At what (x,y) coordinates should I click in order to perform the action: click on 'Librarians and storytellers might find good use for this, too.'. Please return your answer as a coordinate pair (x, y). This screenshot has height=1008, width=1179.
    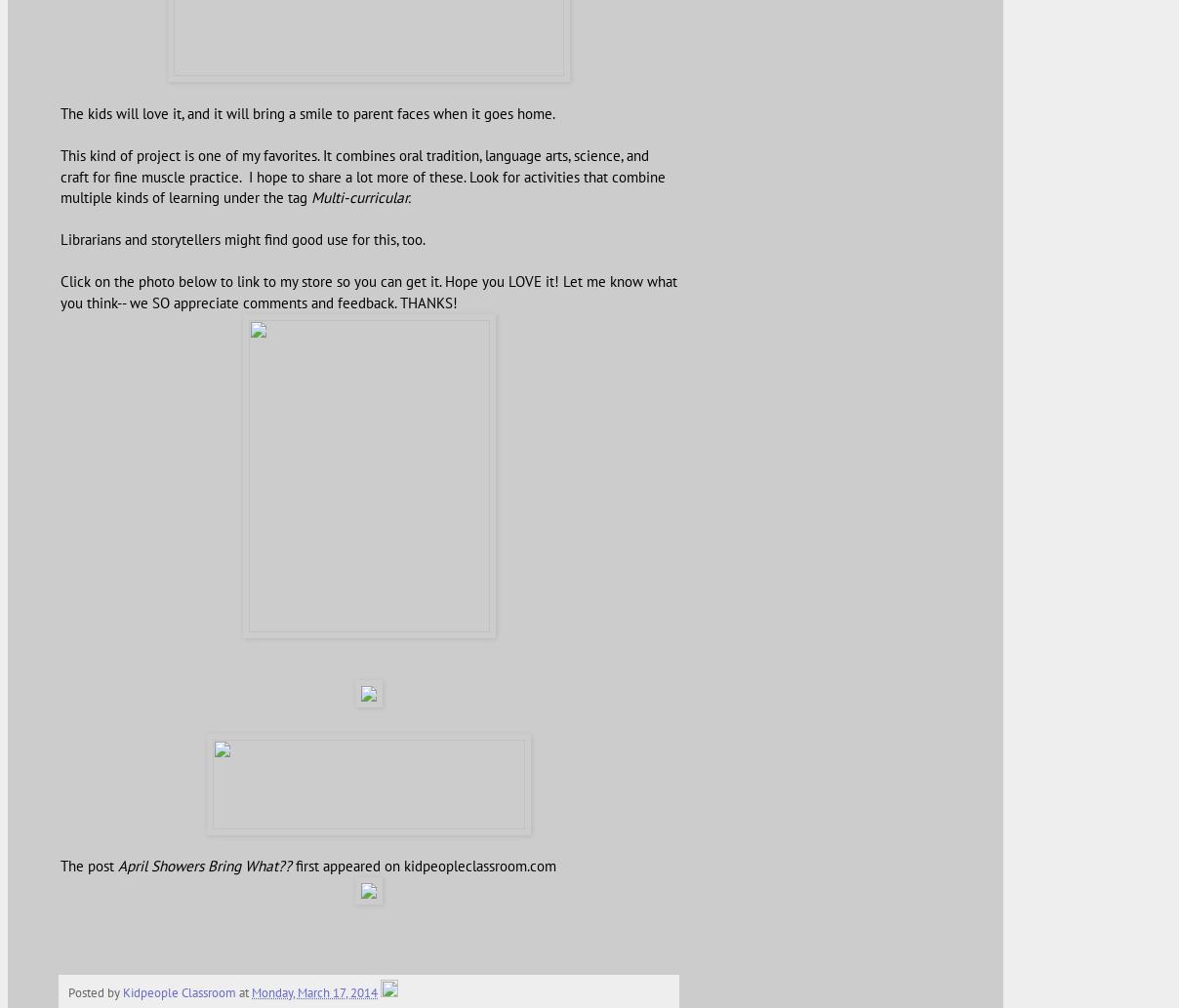
    Looking at the image, I should click on (242, 238).